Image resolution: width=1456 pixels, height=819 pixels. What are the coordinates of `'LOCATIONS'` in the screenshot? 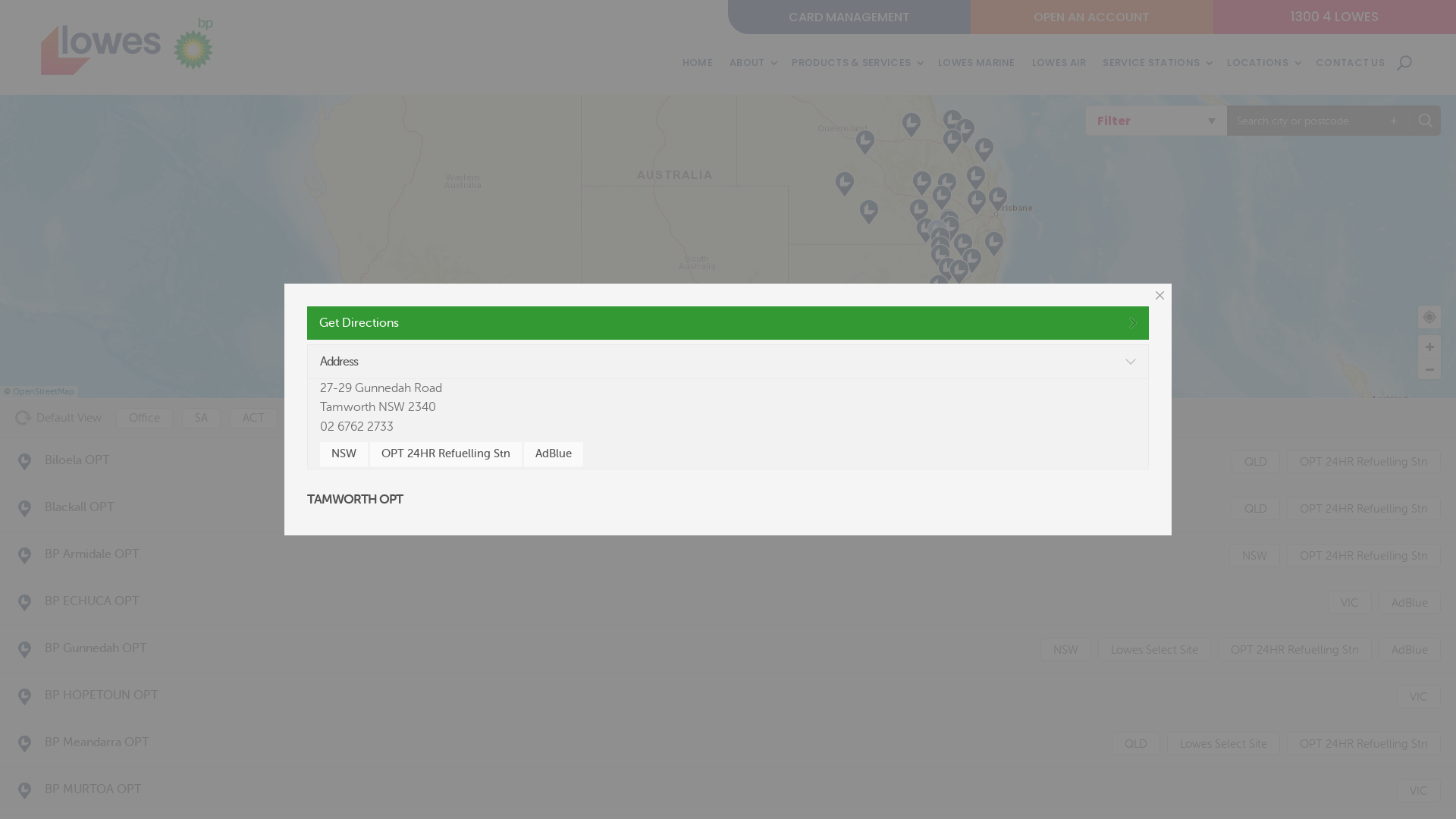 It's located at (1263, 62).